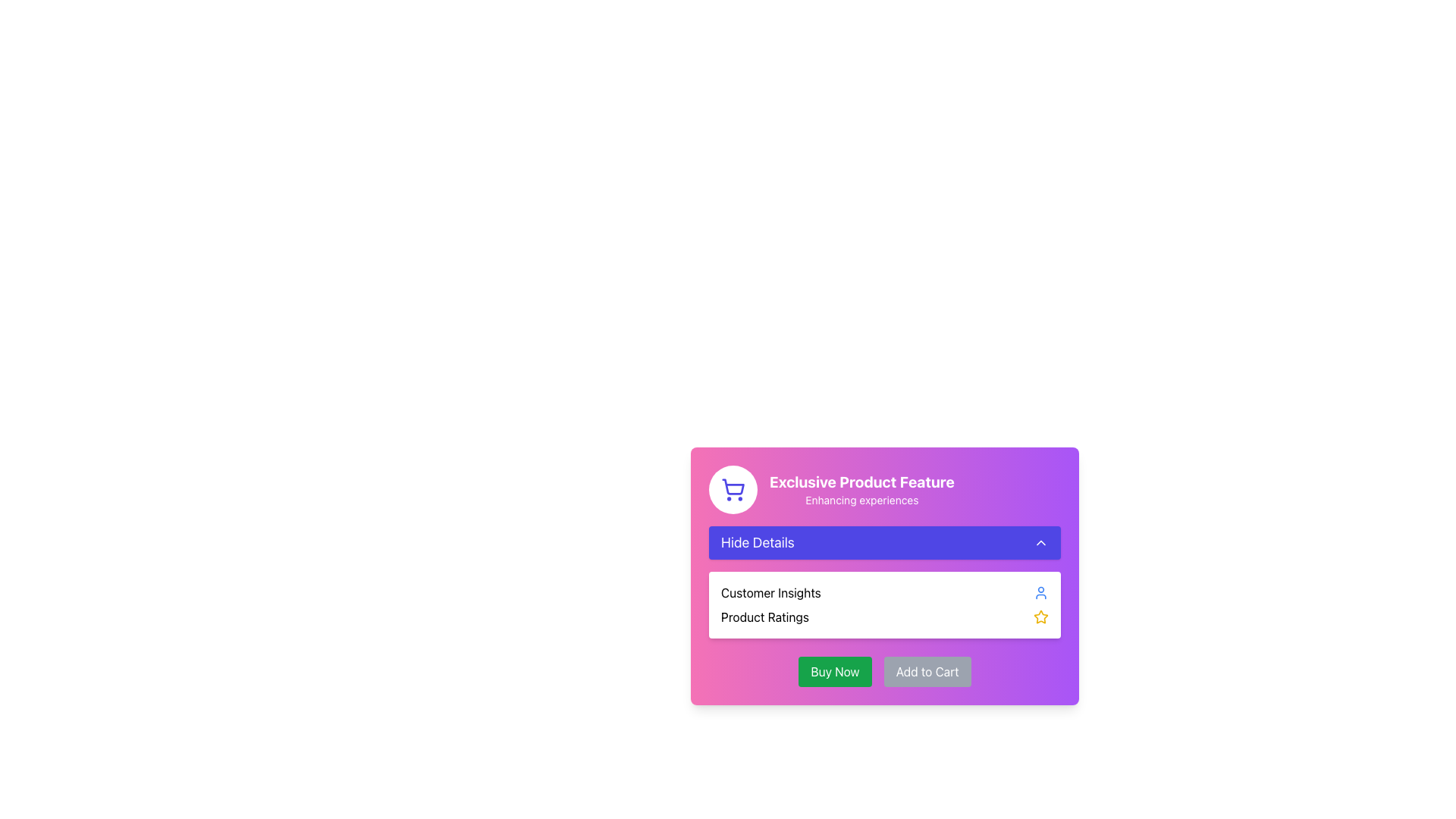 The image size is (1456, 819). Describe the element at coordinates (770, 592) in the screenshot. I see `the text label that displays 'Customer Insights', which is styled in a standard sans-serif font and located on the right-hand side of the interface's content section` at that location.